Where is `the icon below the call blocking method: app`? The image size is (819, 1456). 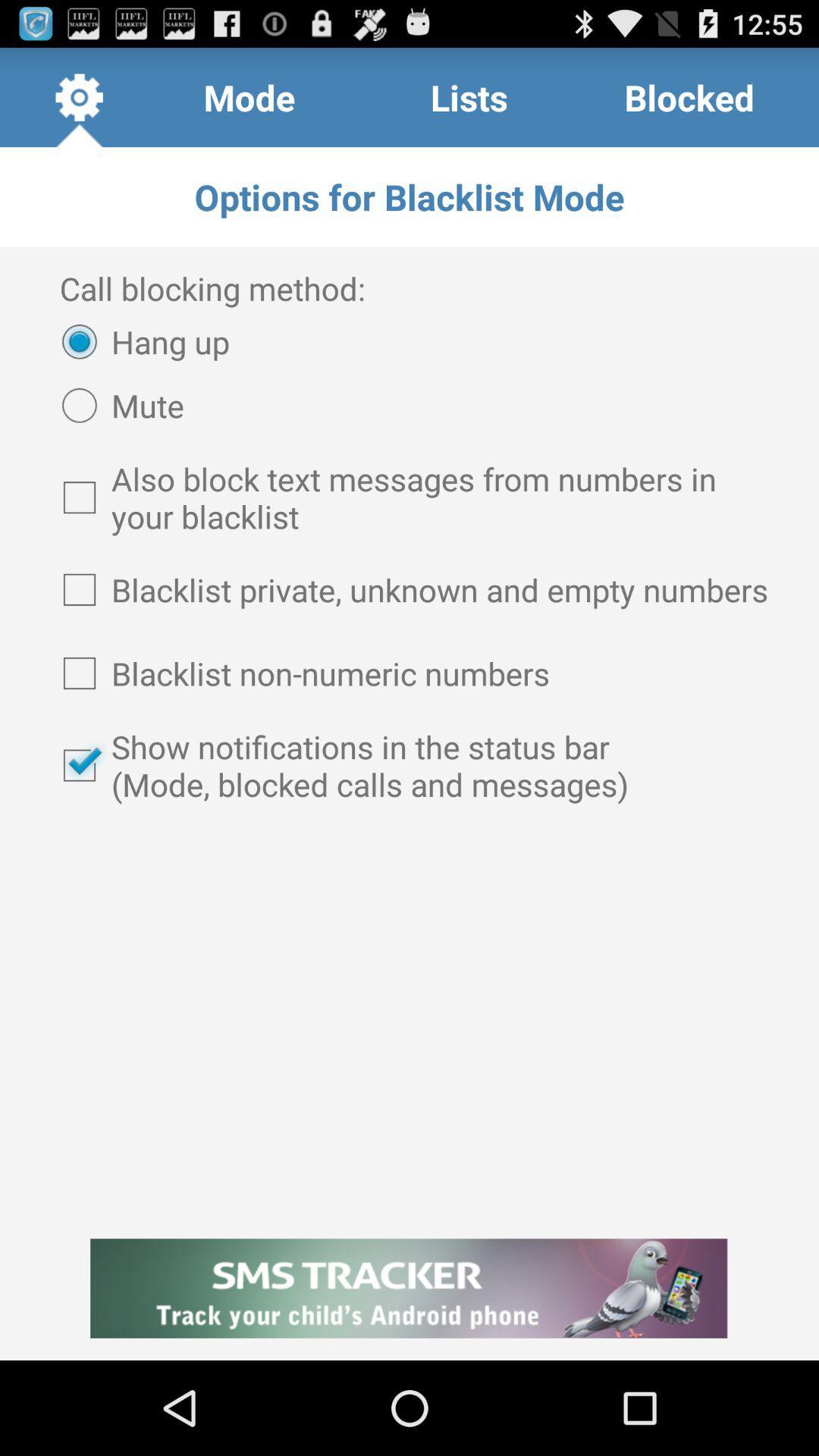 the icon below the call blocking method: app is located at coordinates (138, 340).